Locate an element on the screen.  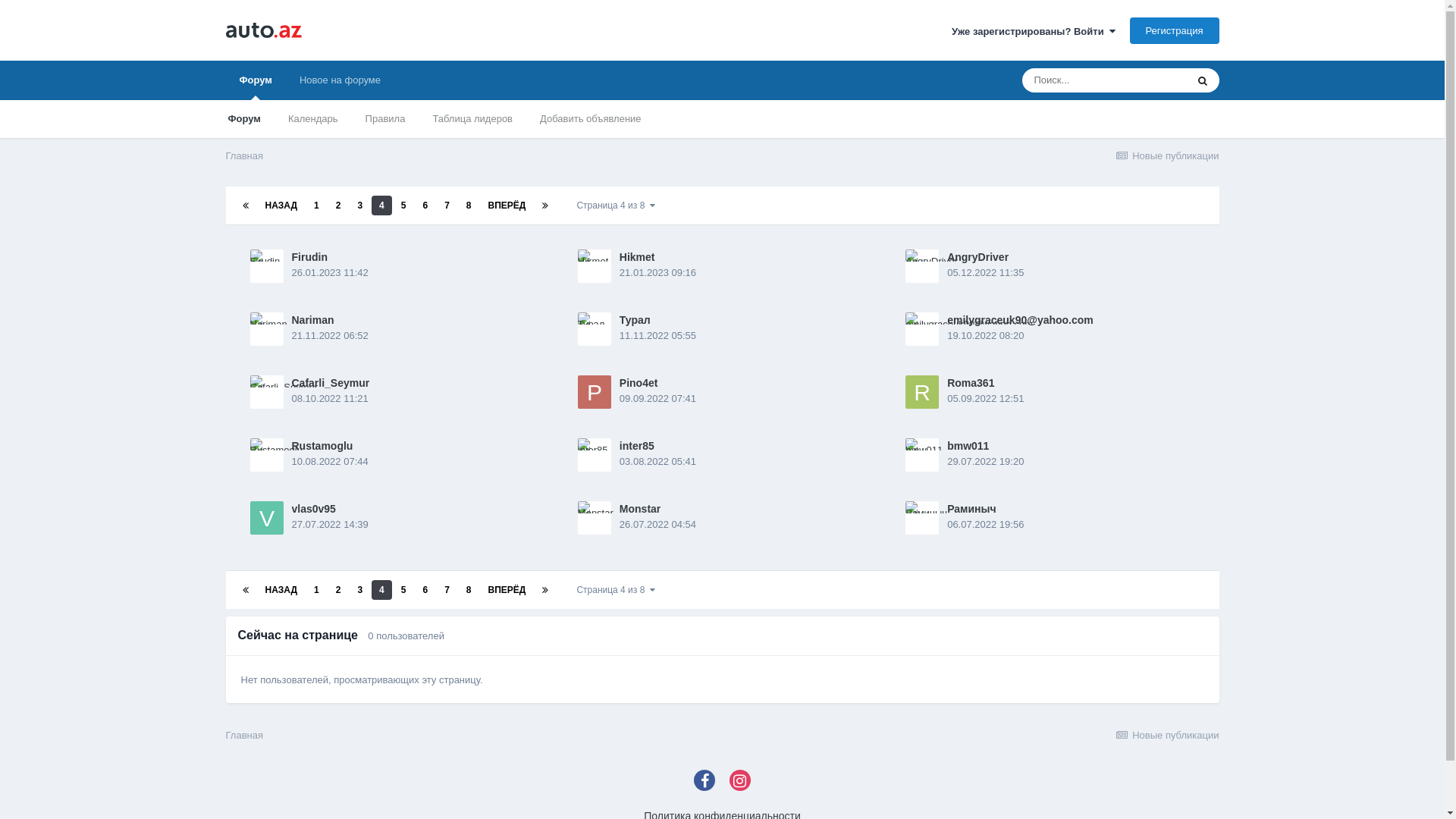
'3' is located at coordinates (359, 588).